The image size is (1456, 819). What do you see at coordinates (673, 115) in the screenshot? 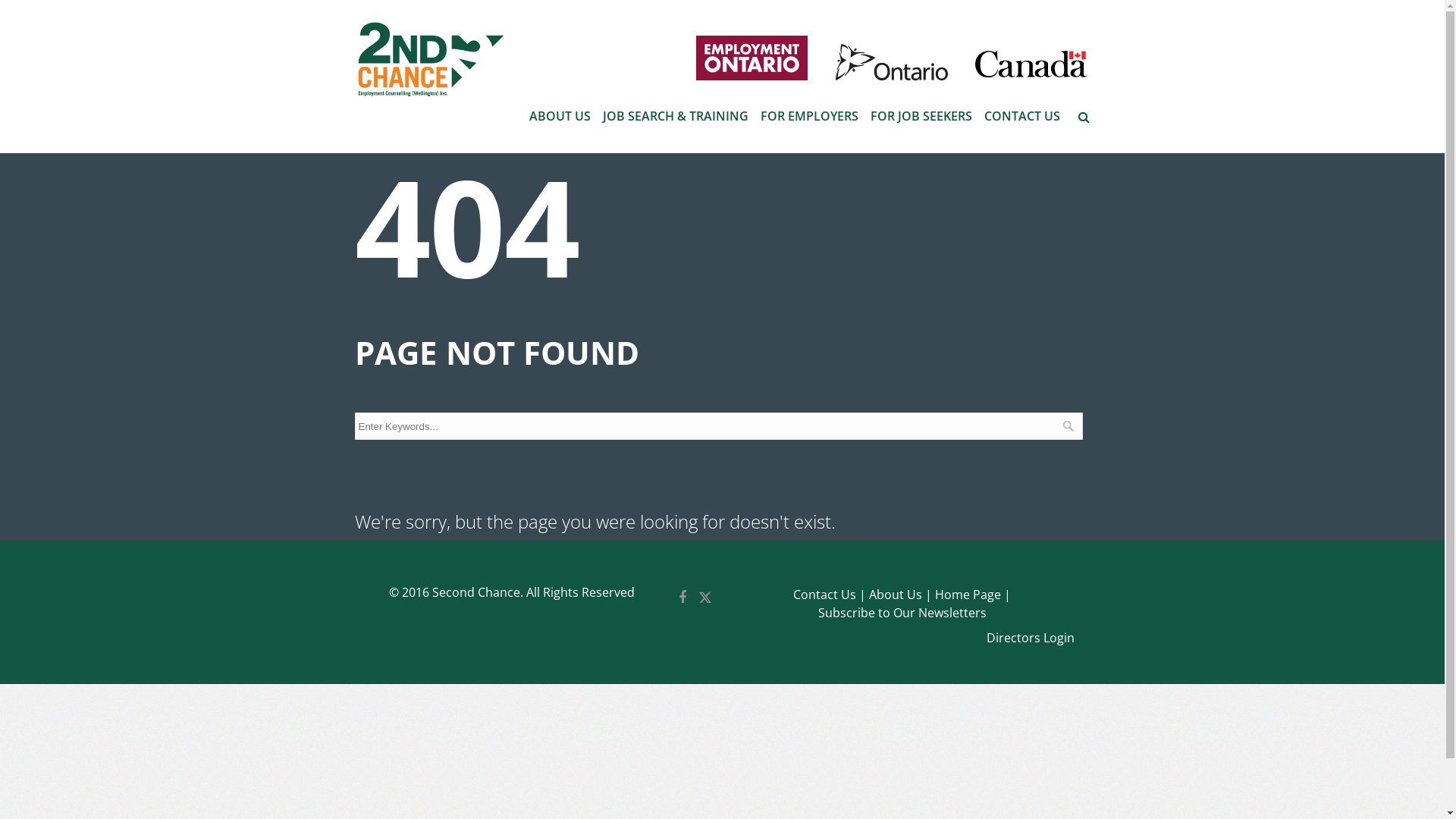
I see `'JOB SEARCH & TRAINING'` at bounding box center [673, 115].